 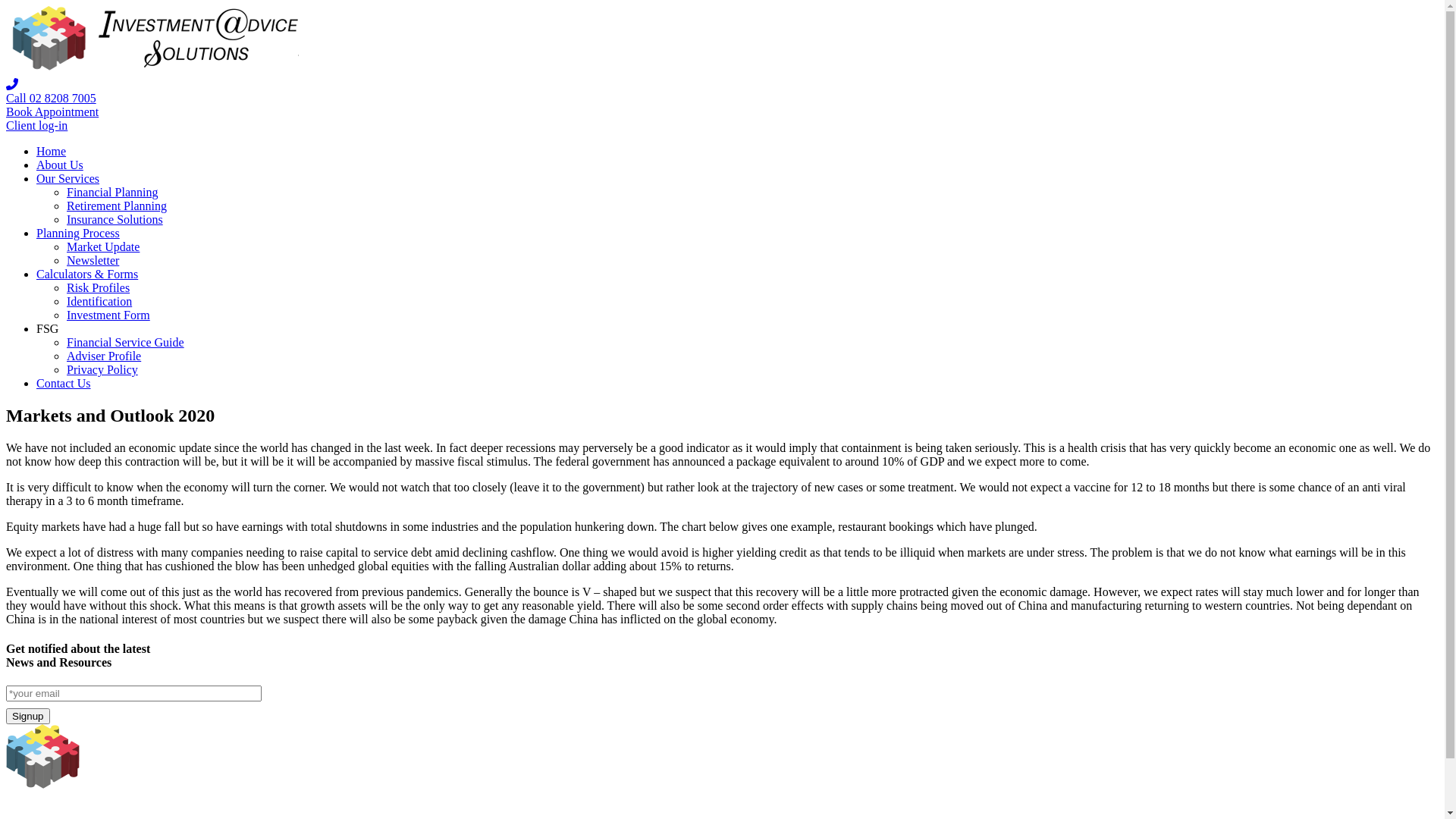 What do you see at coordinates (36, 124) in the screenshot?
I see `'Client log-in'` at bounding box center [36, 124].